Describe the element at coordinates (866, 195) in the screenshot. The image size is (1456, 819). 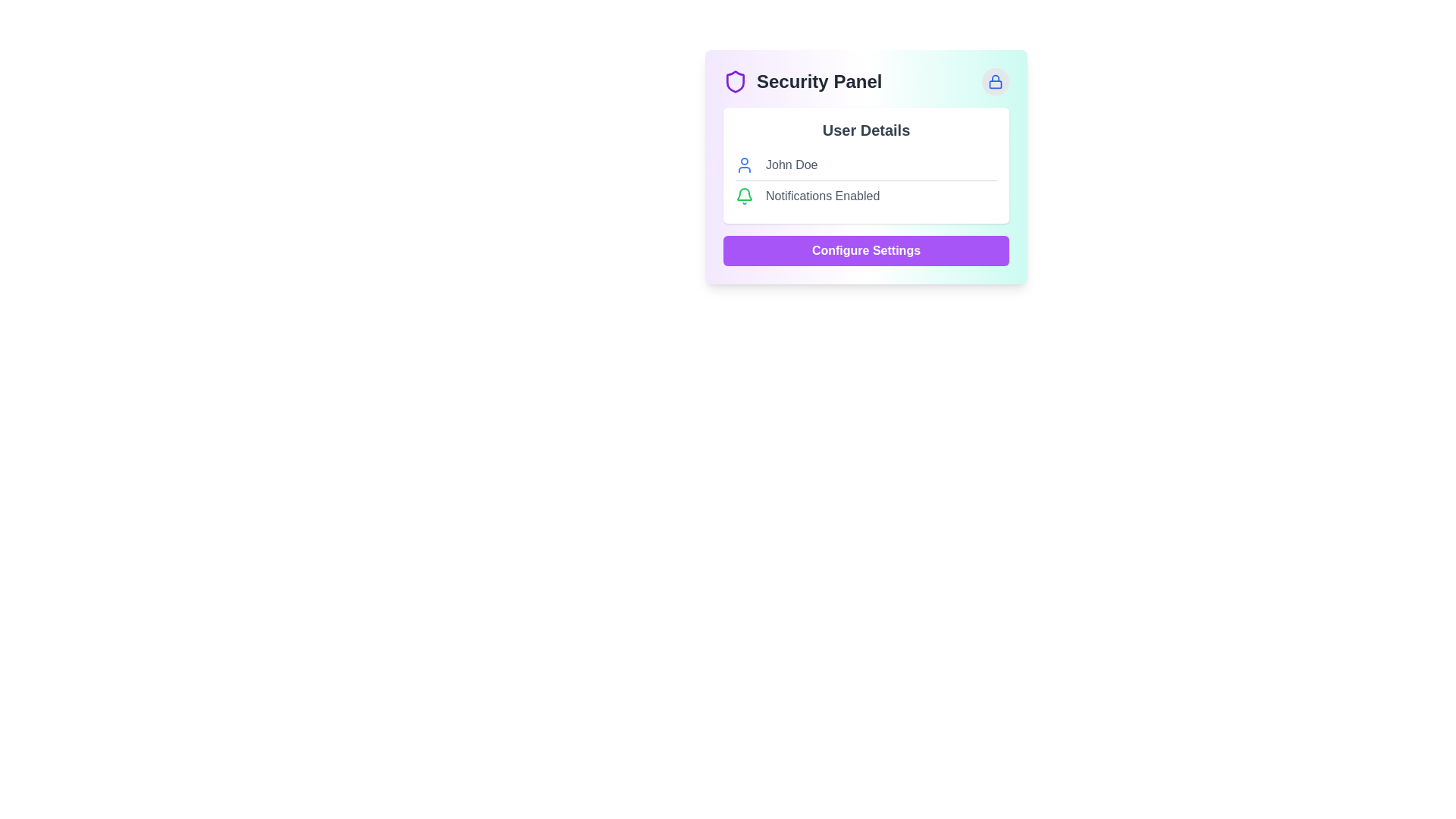
I see `the Information Label with Icon that displays a green bell icon and the text 'Notifications Enabled', located in the second row under the 'User Details' section in the 'Security Panel' card` at that location.